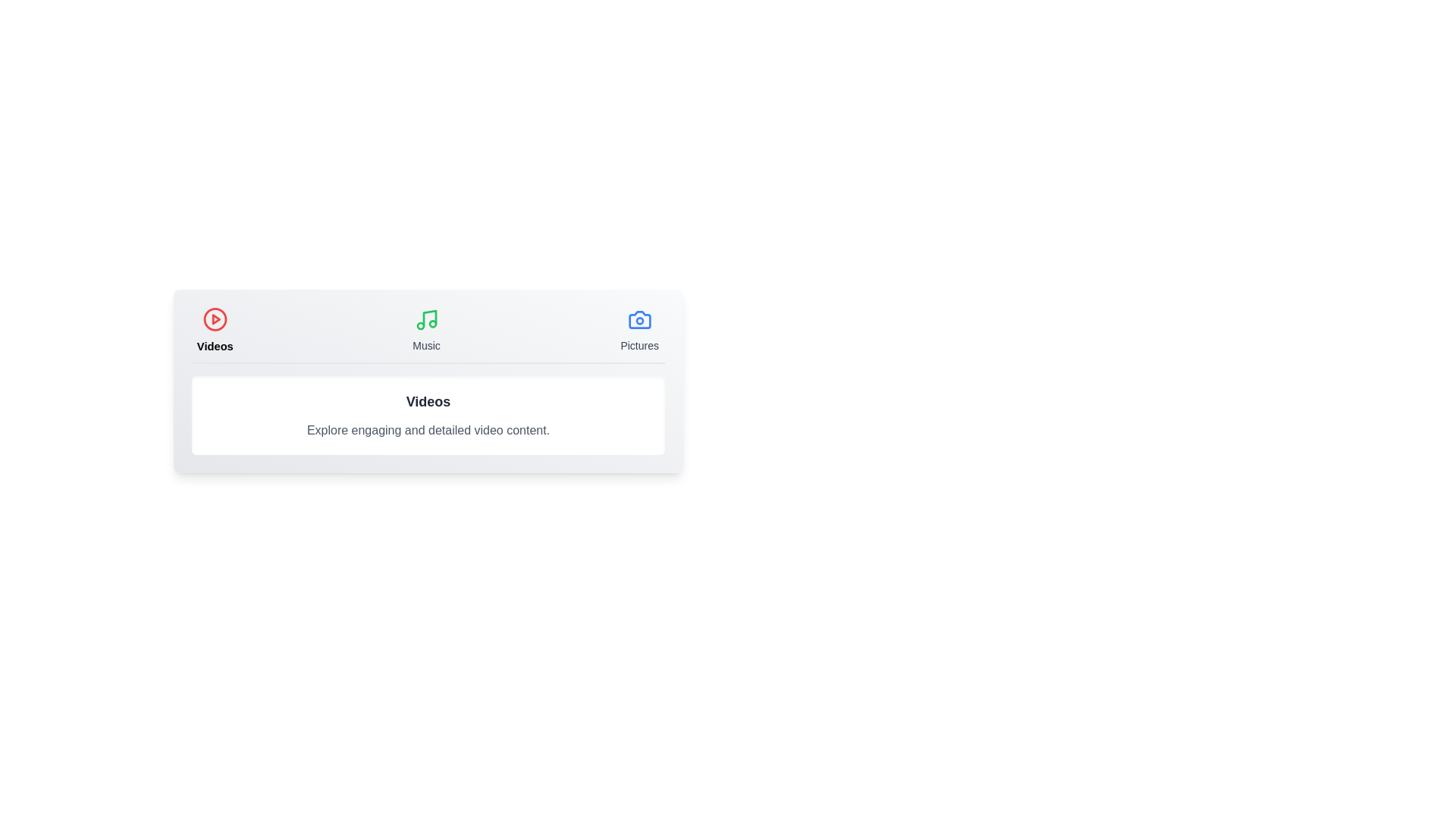 Image resolution: width=1456 pixels, height=819 pixels. Describe the element at coordinates (425, 329) in the screenshot. I see `the Music tab by clicking on its button` at that location.